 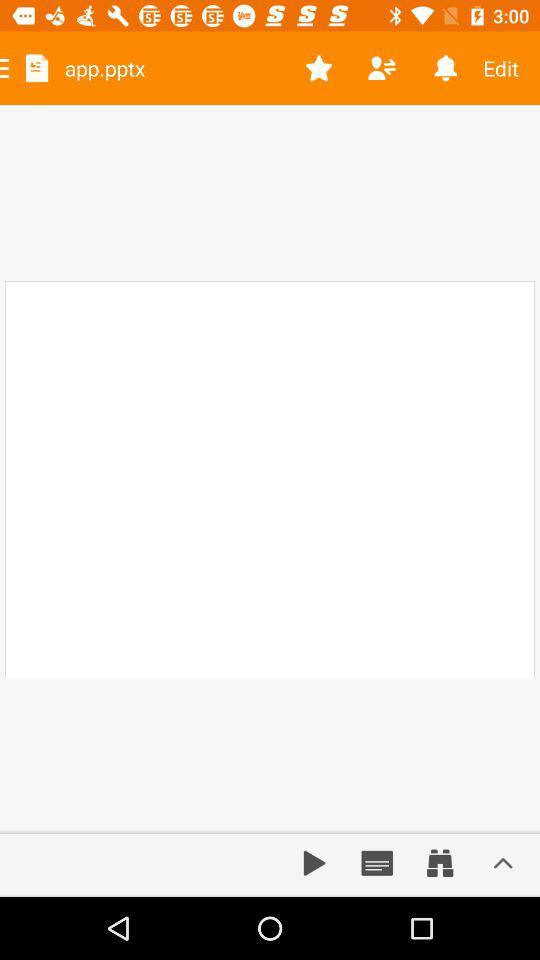 I want to click on switch profile, so click(x=382, y=68).